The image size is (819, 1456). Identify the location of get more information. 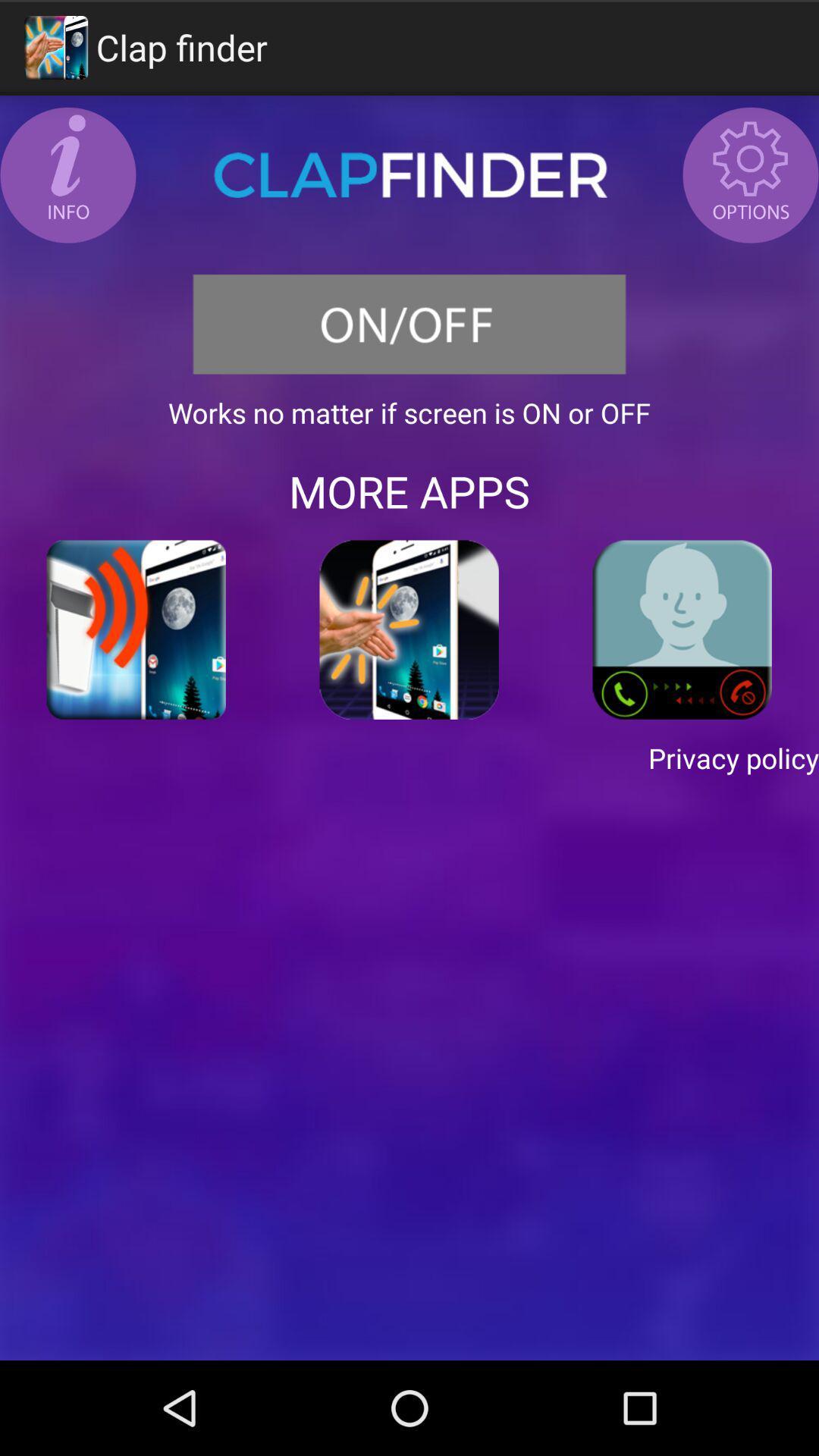
(67, 174).